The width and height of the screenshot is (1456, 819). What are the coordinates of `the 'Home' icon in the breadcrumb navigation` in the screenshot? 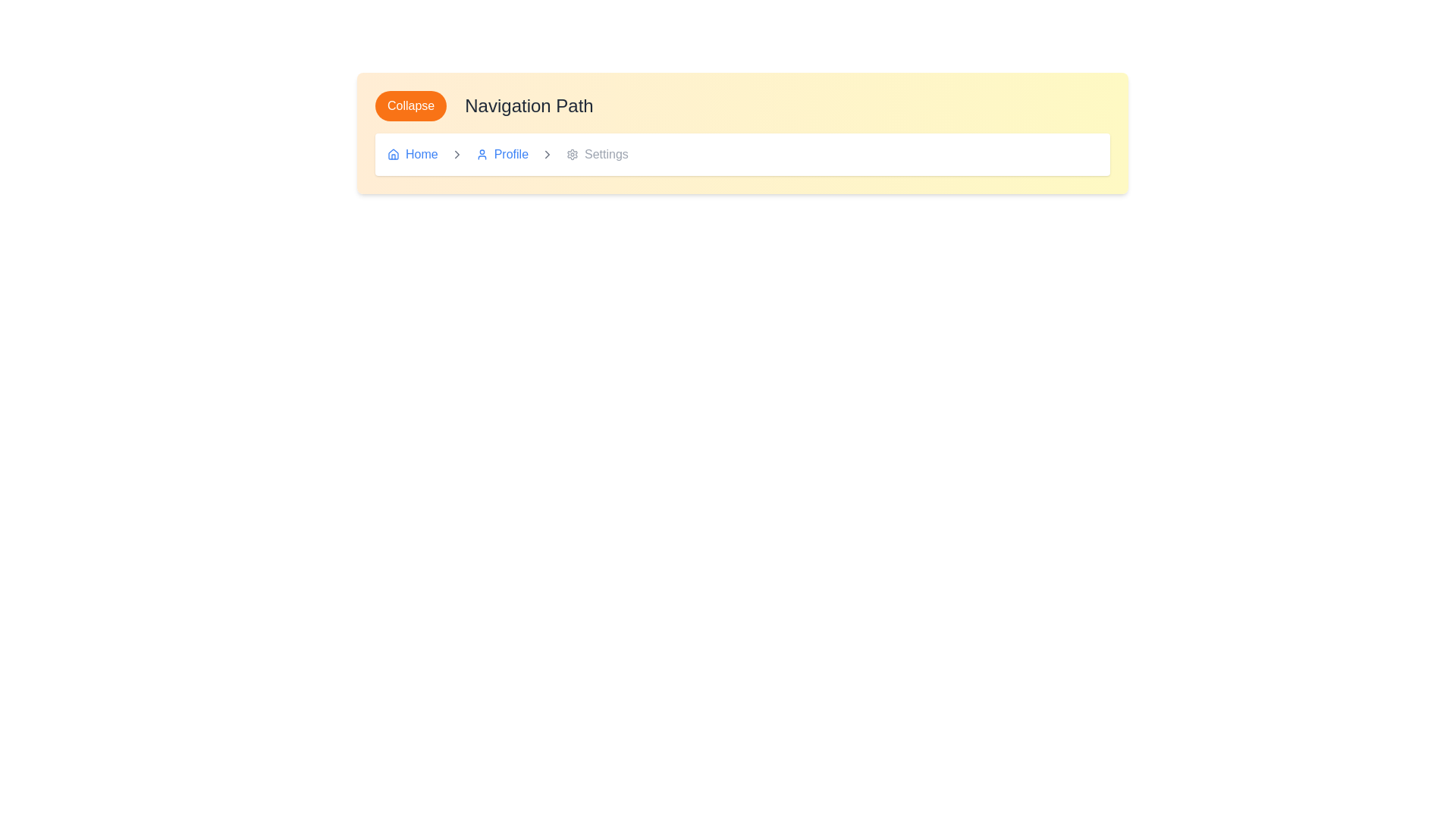 It's located at (393, 154).